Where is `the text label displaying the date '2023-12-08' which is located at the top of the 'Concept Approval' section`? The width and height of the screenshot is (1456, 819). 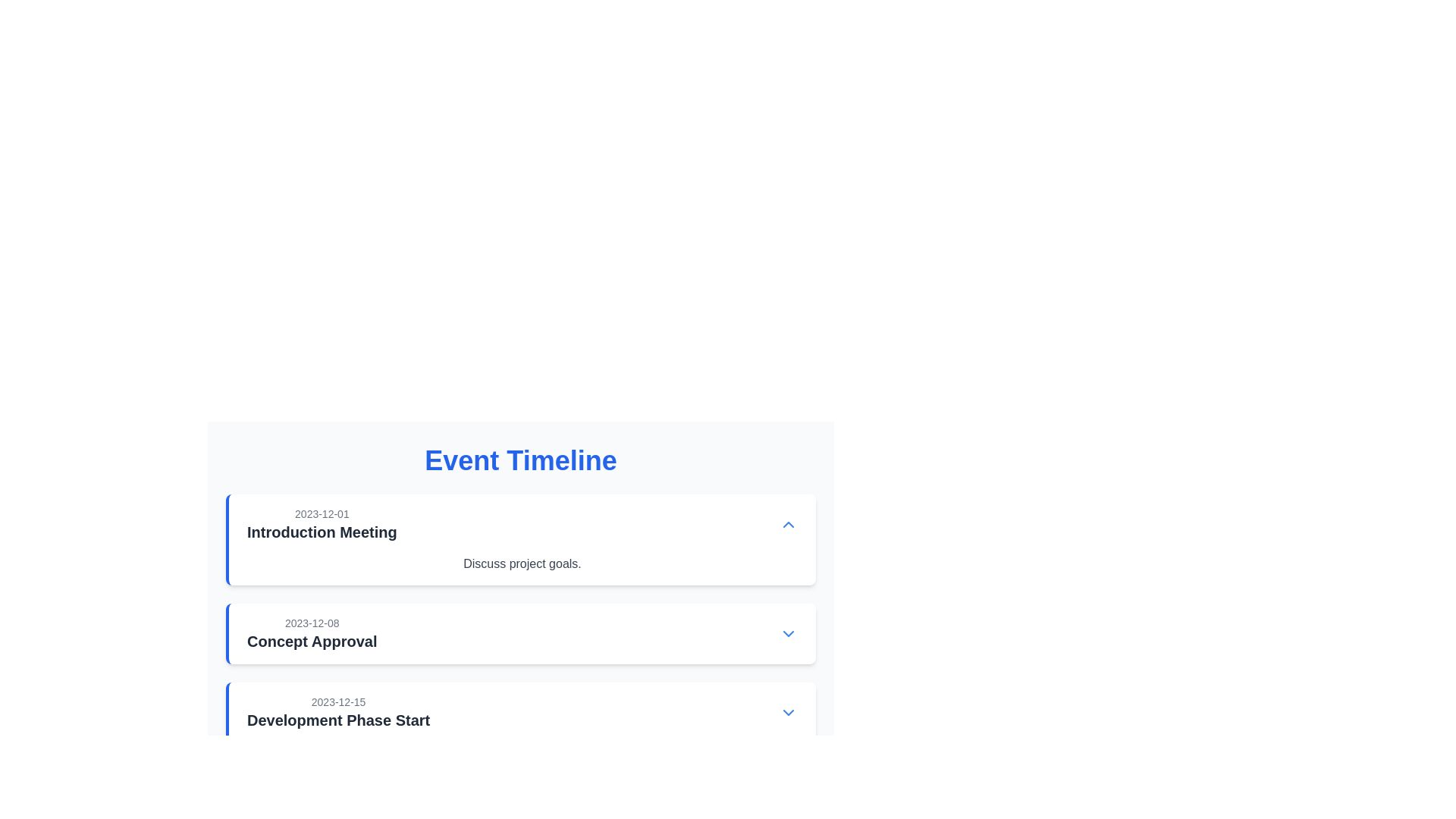 the text label displaying the date '2023-12-08' which is located at the top of the 'Concept Approval' section is located at coordinates (311, 623).